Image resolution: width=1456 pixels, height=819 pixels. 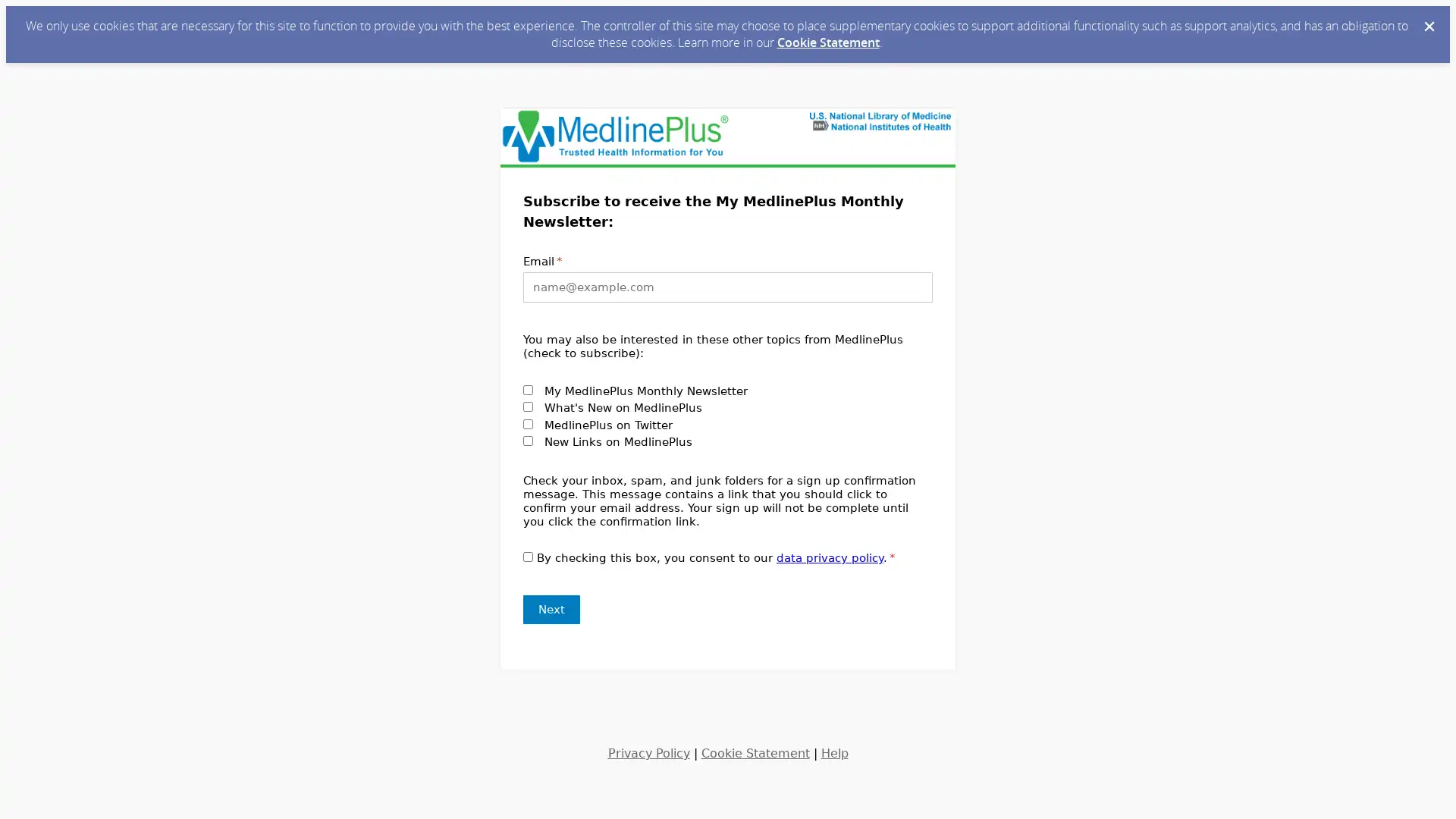 I want to click on Dismiss Cookie Message, so click(x=1429, y=26).